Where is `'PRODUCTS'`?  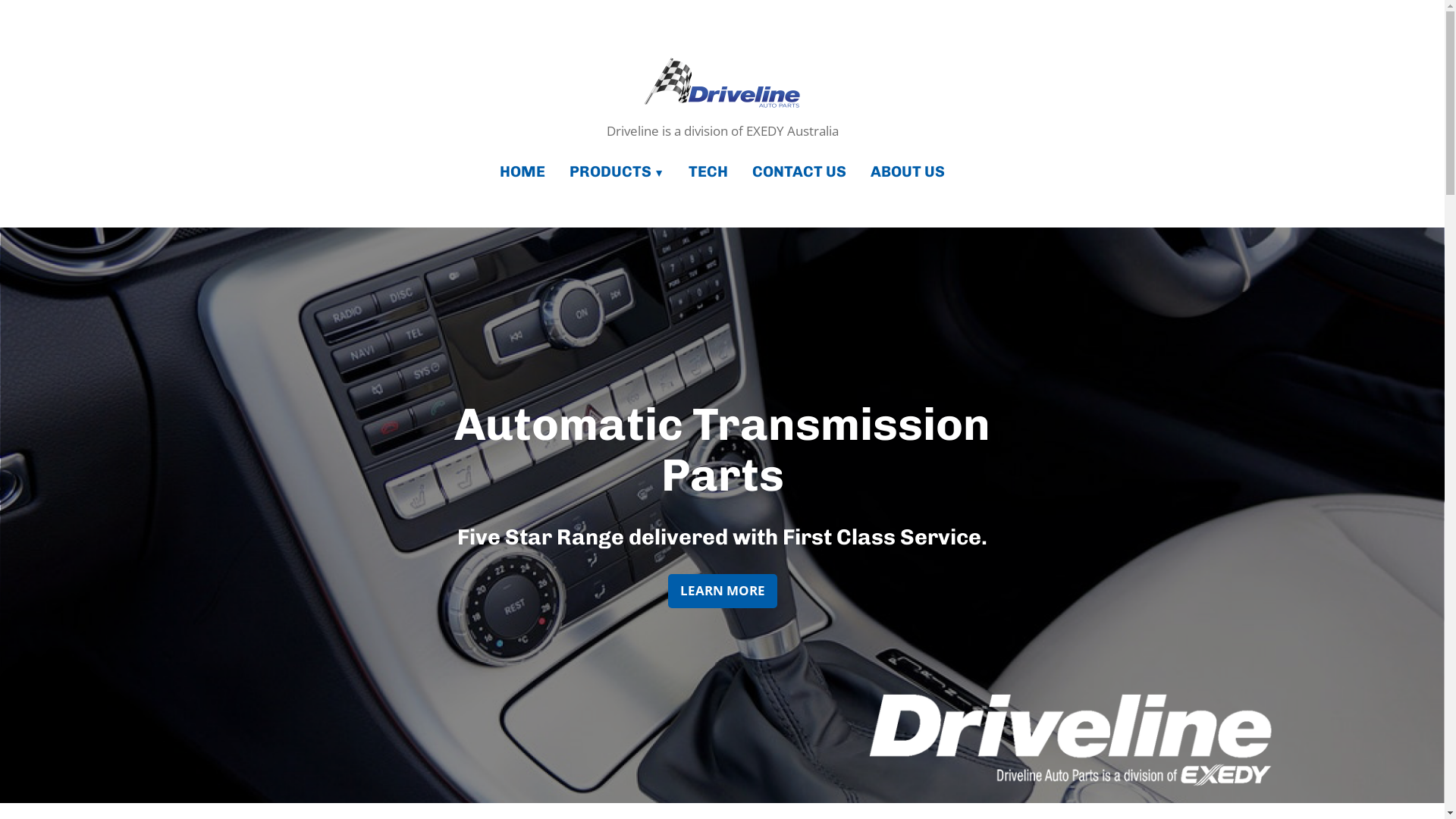 'PRODUCTS' is located at coordinates (617, 171).